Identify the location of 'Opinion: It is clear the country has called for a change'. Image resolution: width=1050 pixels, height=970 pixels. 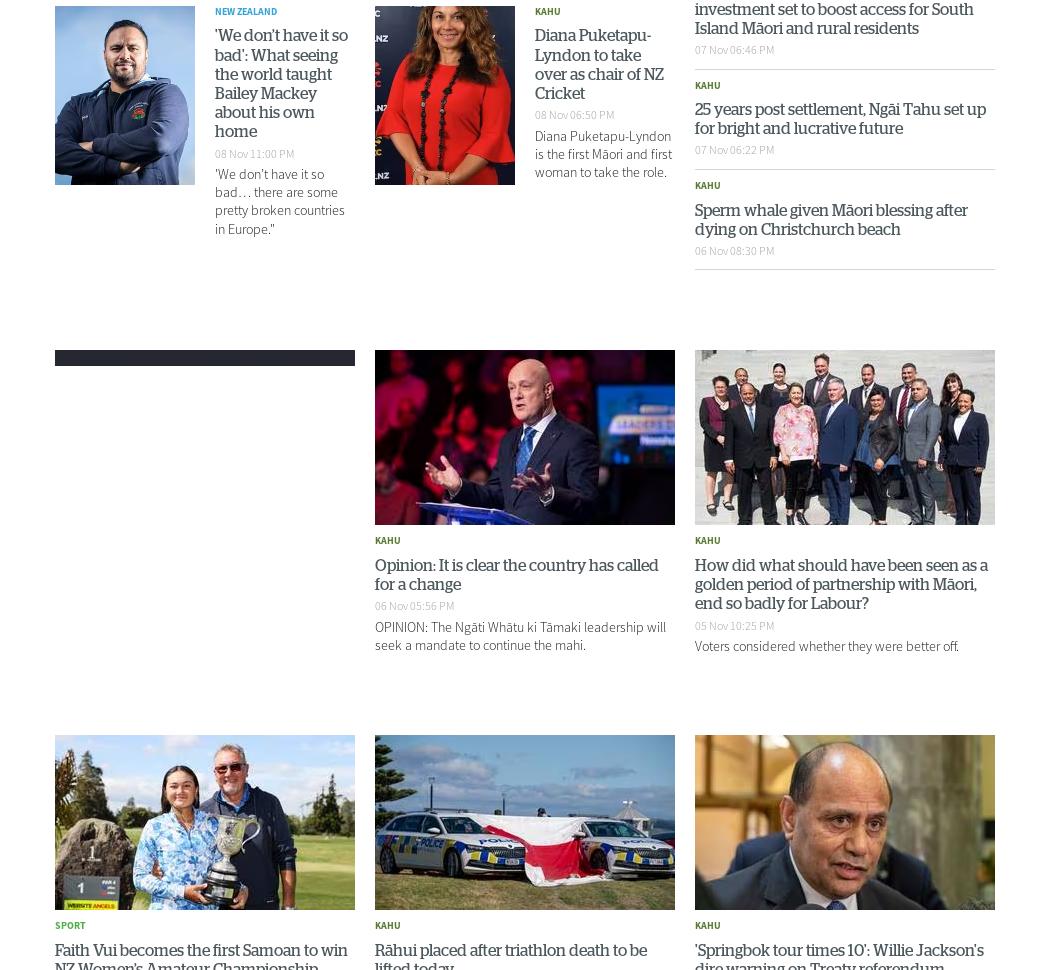
(516, 574).